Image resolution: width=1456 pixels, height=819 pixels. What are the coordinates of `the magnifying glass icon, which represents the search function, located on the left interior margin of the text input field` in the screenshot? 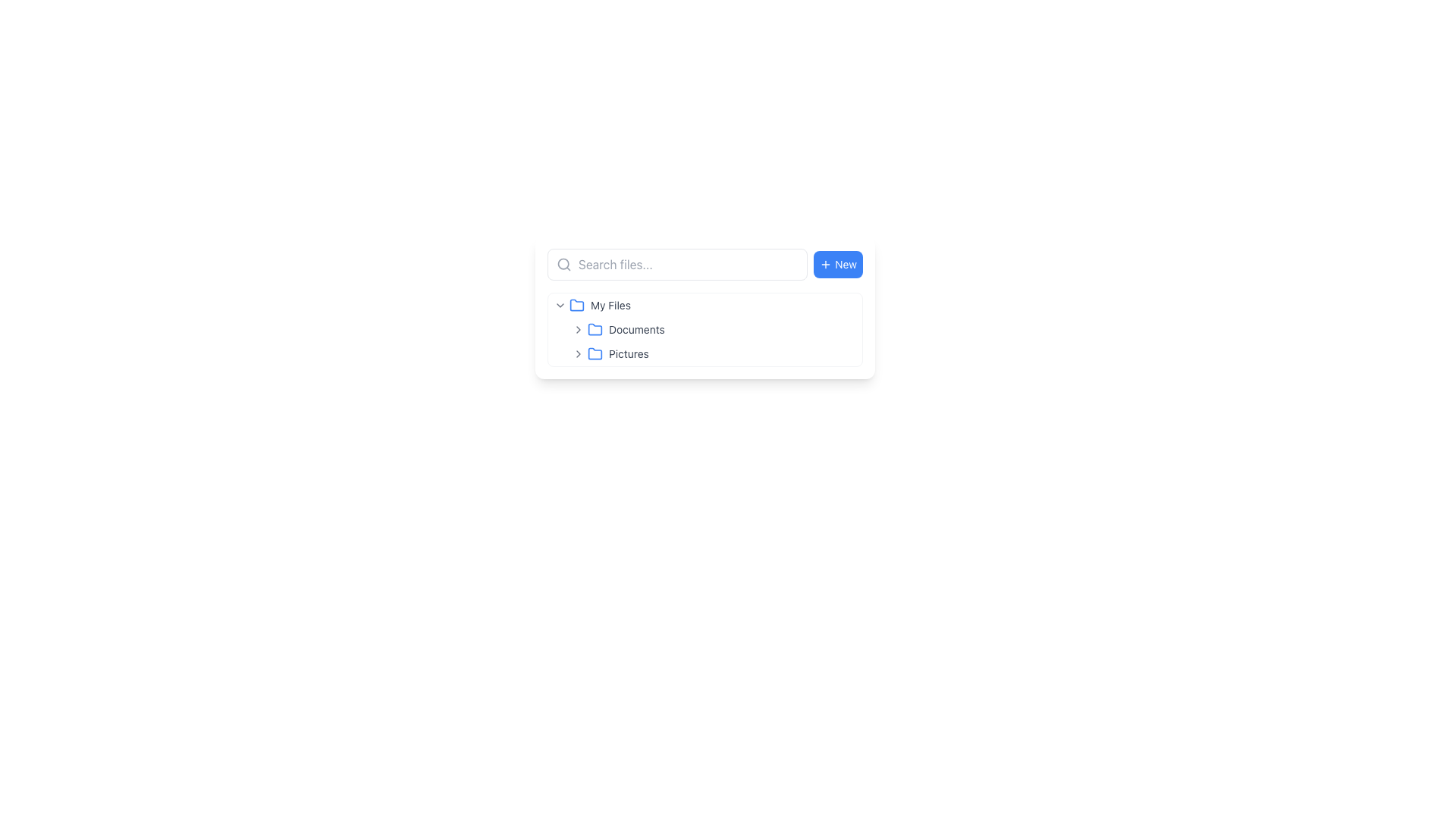 It's located at (563, 263).